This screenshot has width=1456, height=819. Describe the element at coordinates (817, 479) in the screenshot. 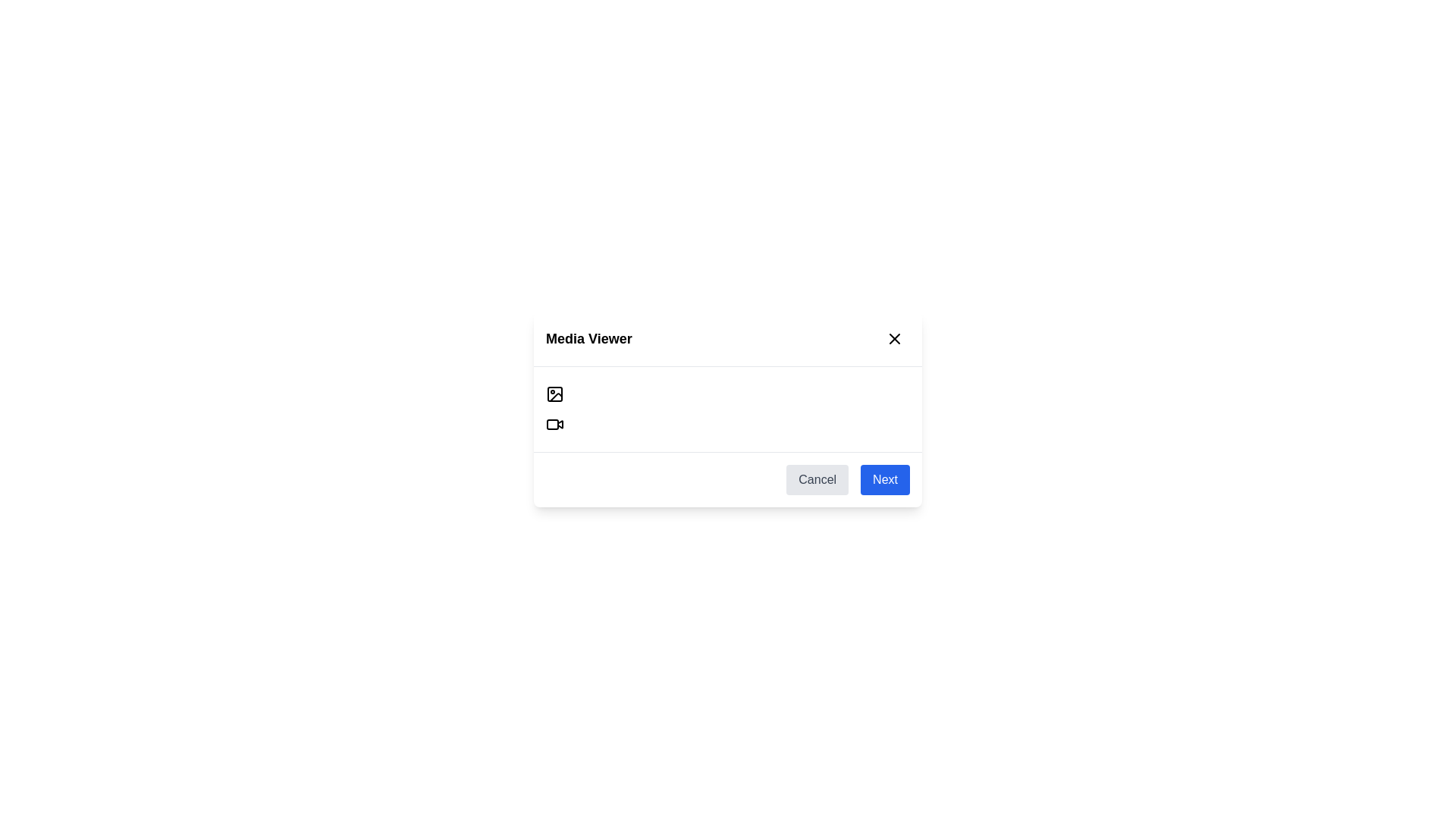

I see `the cancellation button located in the bottom-right of the 'Media Viewer' dialog, positioned to the left of the 'Next' button` at that location.